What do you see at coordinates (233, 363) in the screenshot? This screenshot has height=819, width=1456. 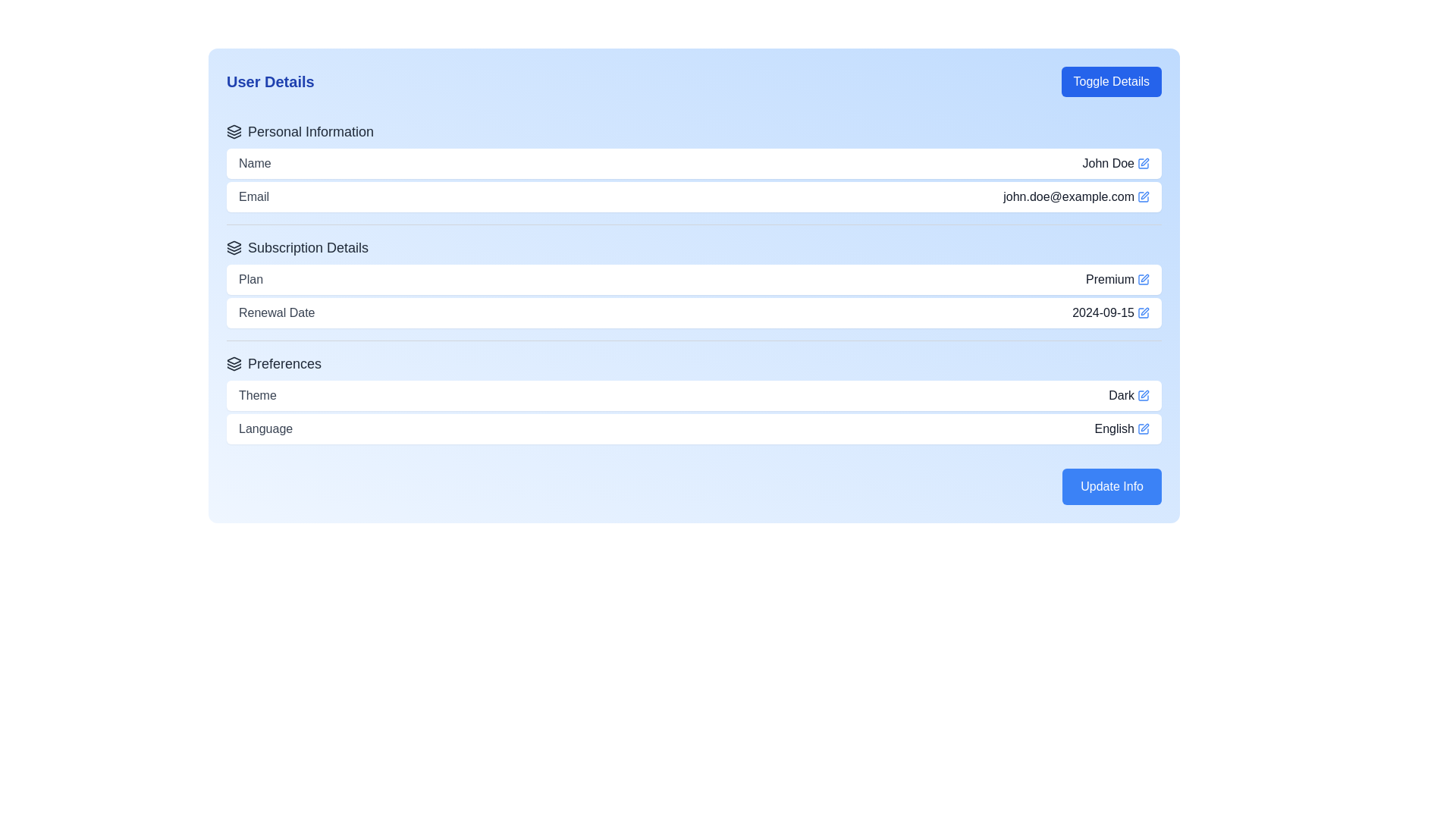 I see `the icon representing 'Preferences', which has a geometric design resembling layered sheets and is positioned at the leftmost side of its section` at bounding box center [233, 363].